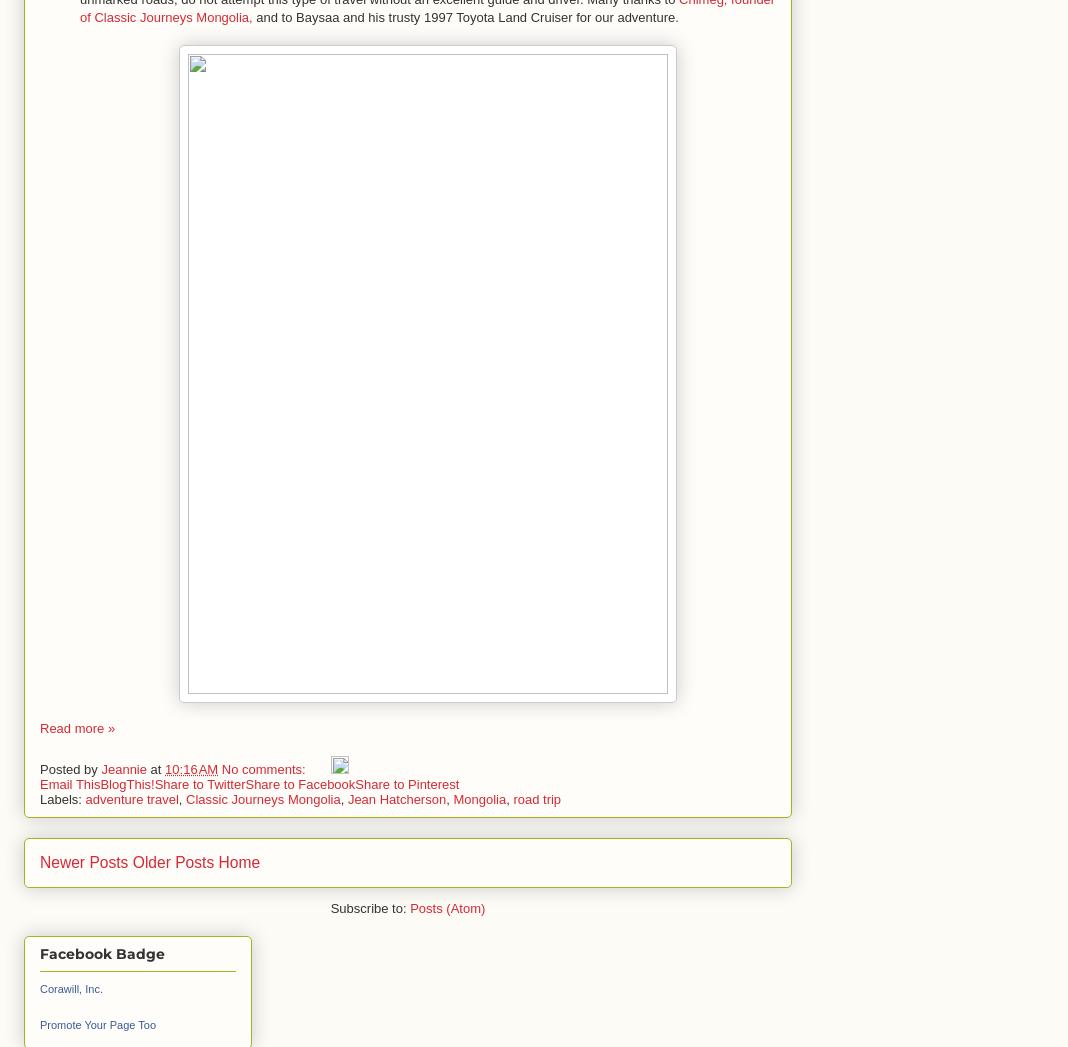 The width and height of the screenshot is (1068, 1047). I want to click on 'Newer Posts', so click(83, 860).